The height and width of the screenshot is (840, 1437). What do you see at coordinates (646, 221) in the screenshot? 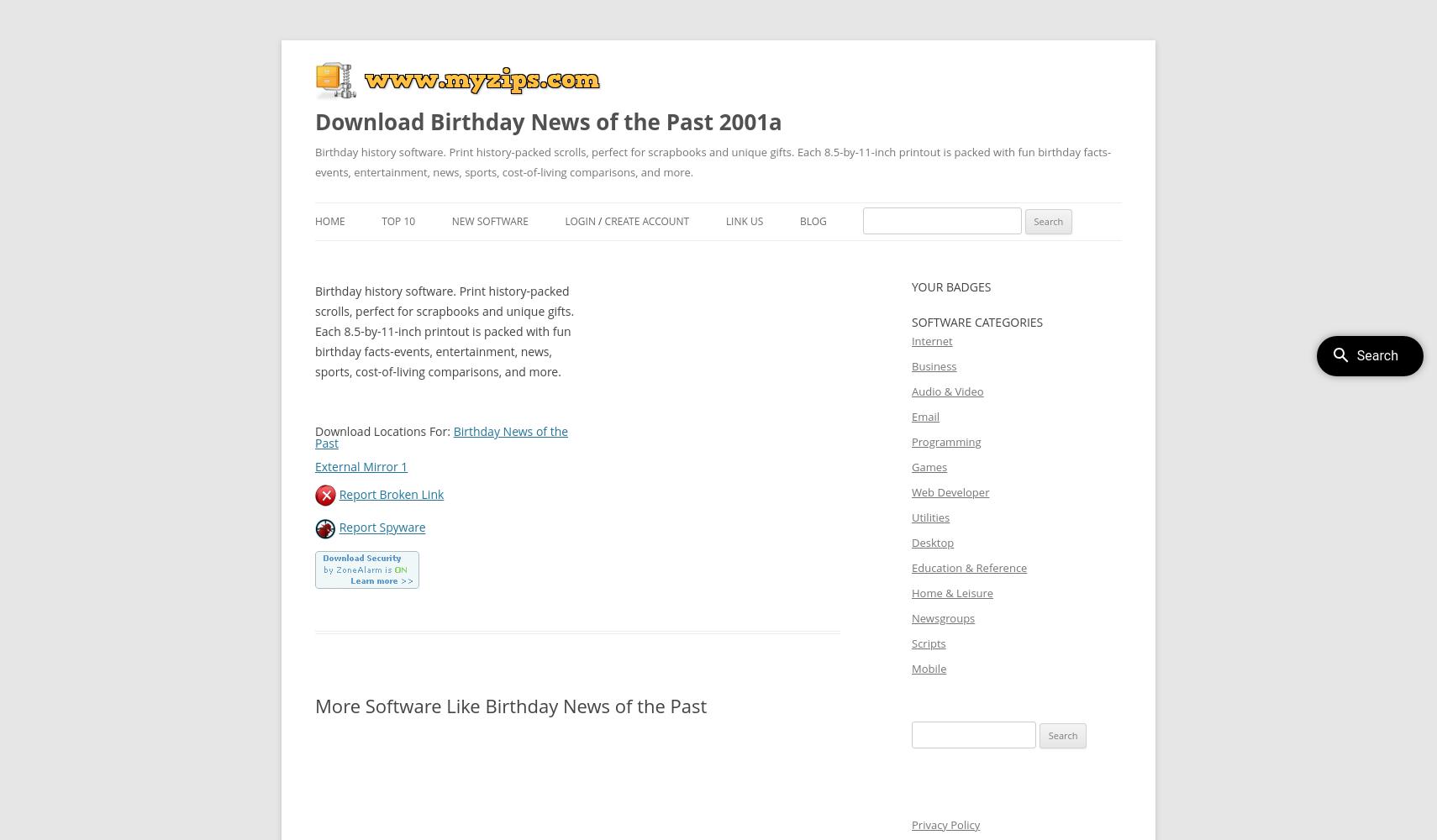
I see `'Create Account'` at bounding box center [646, 221].